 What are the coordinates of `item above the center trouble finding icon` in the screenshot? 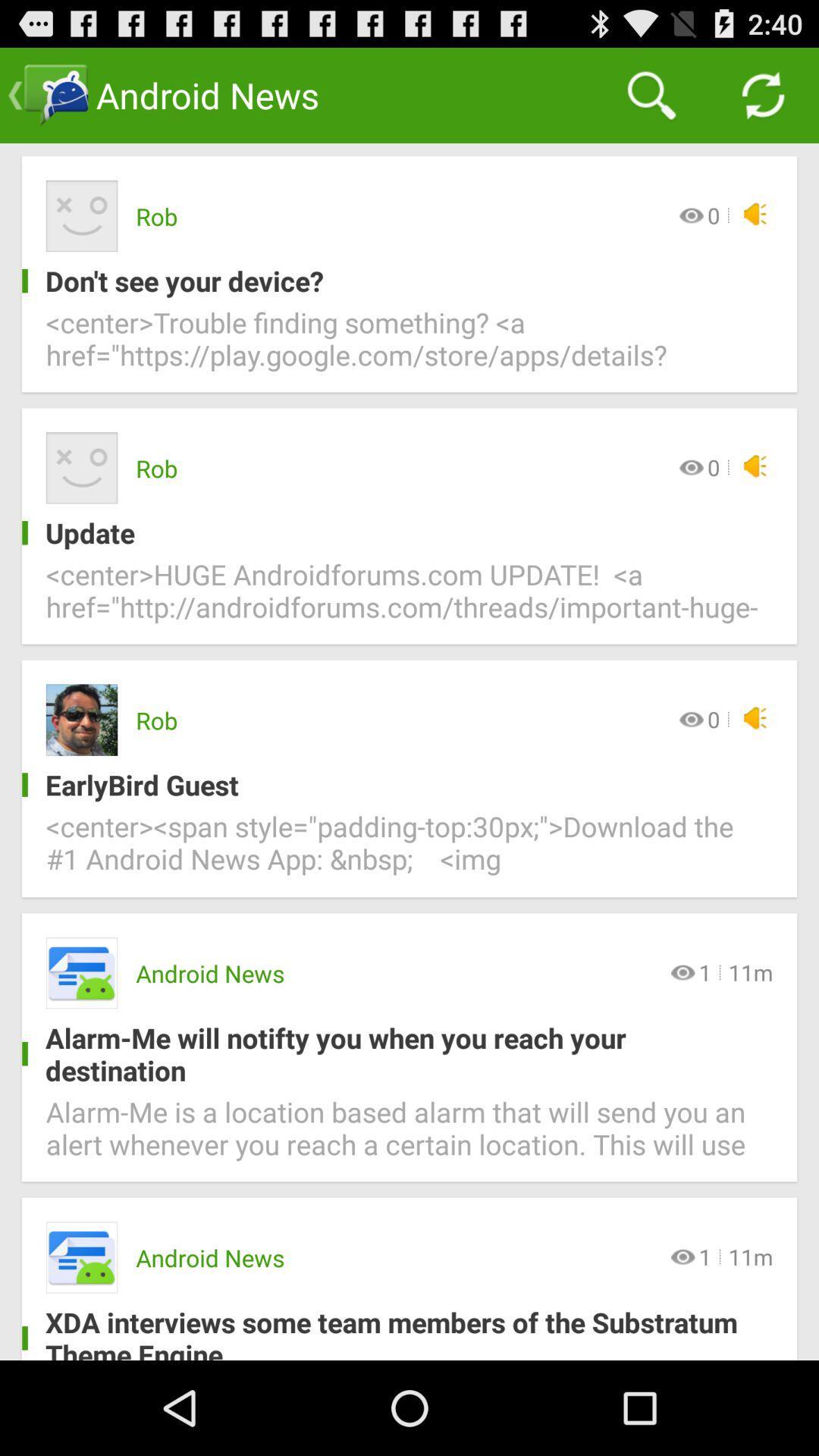 It's located at (397, 281).